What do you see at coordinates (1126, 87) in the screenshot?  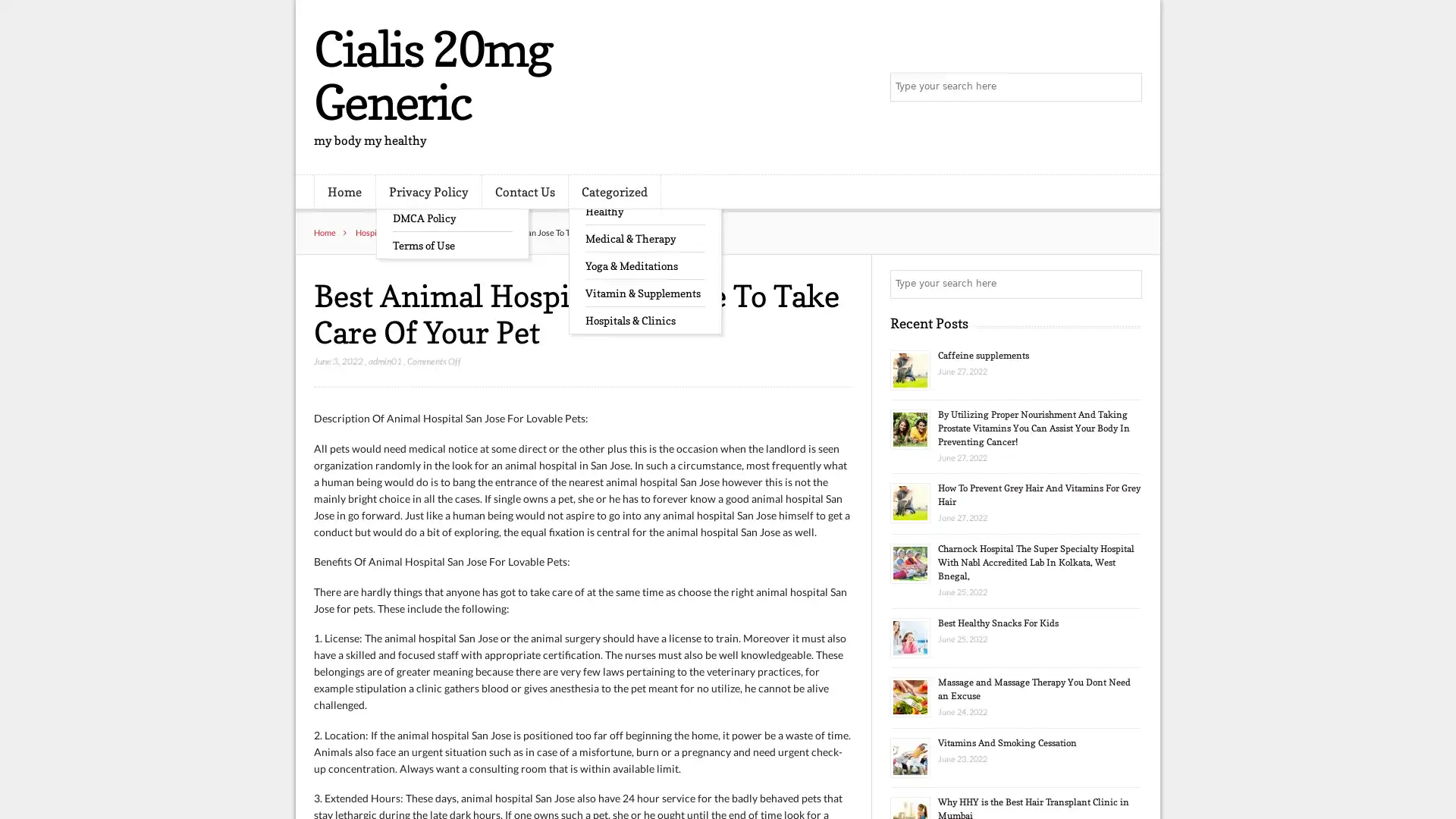 I see `Search` at bounding box center [1126, 87].